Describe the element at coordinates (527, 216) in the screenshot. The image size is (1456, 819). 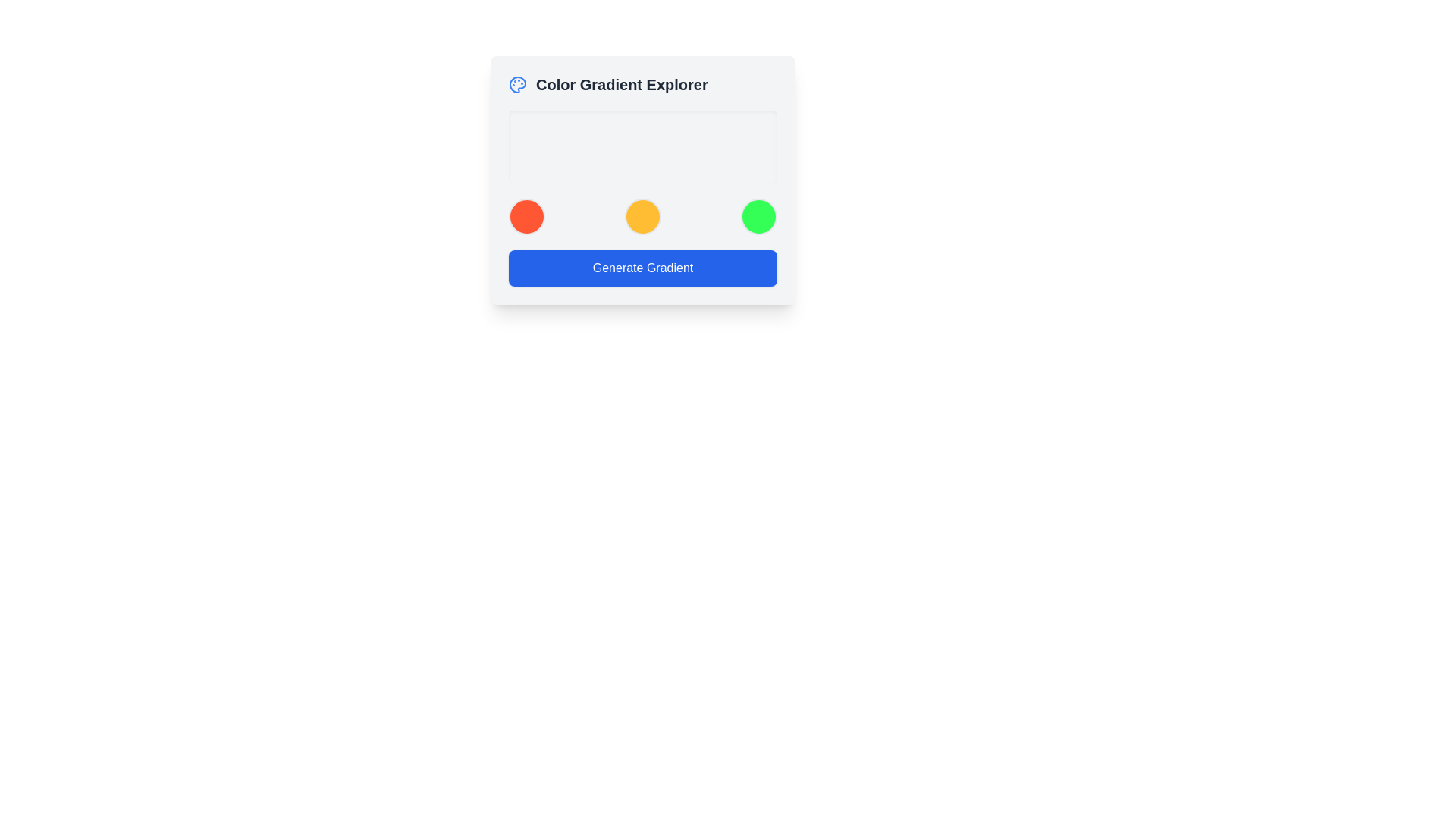
I see `the leftmost circular UI element representing color selection in the gradient interface` at that location.